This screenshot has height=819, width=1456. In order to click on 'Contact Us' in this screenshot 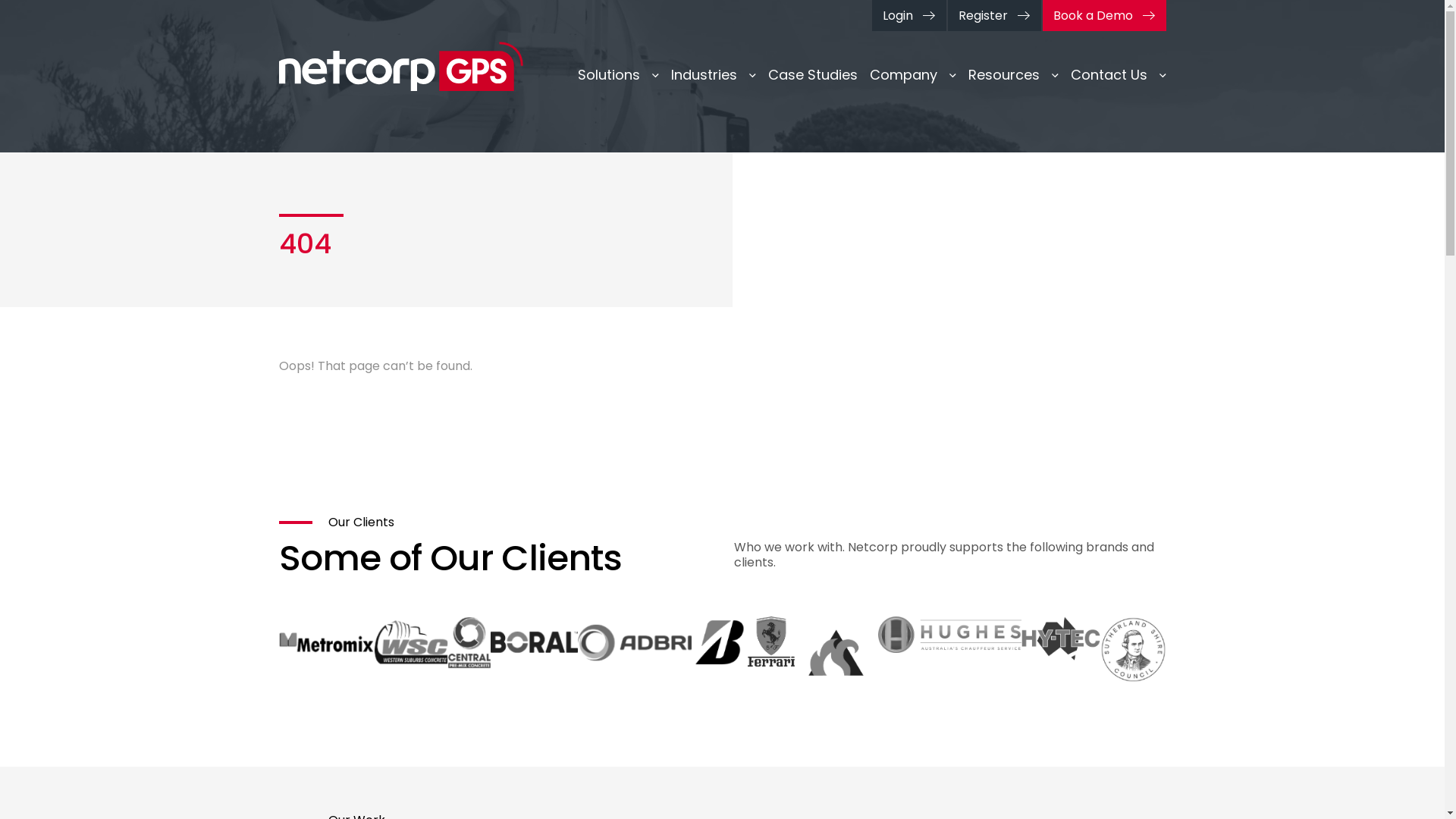, I will do `click(1118, 75)`.